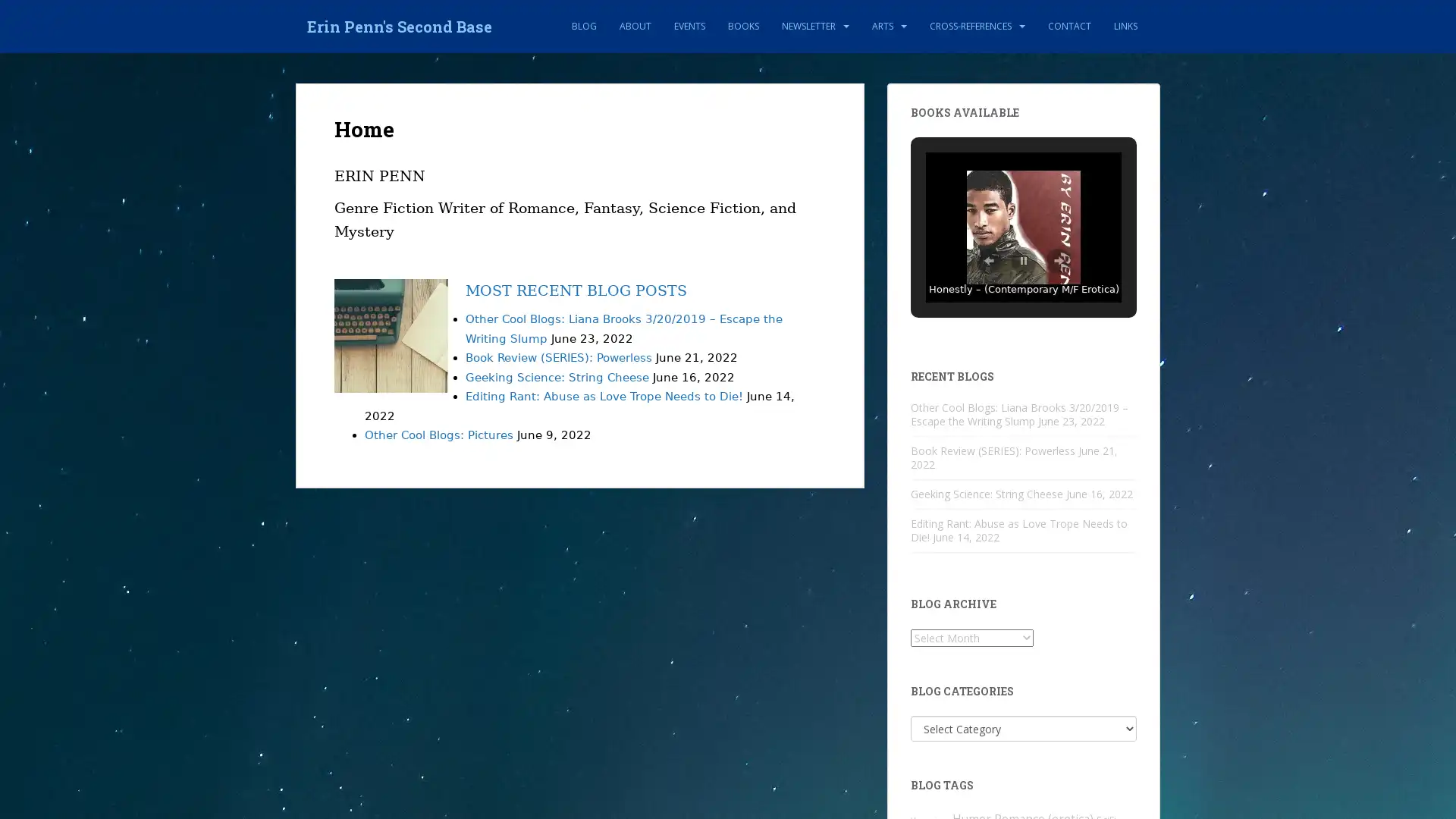 The image size is (1456, 819). I want to click on Next Slide, so click(1058, 259).